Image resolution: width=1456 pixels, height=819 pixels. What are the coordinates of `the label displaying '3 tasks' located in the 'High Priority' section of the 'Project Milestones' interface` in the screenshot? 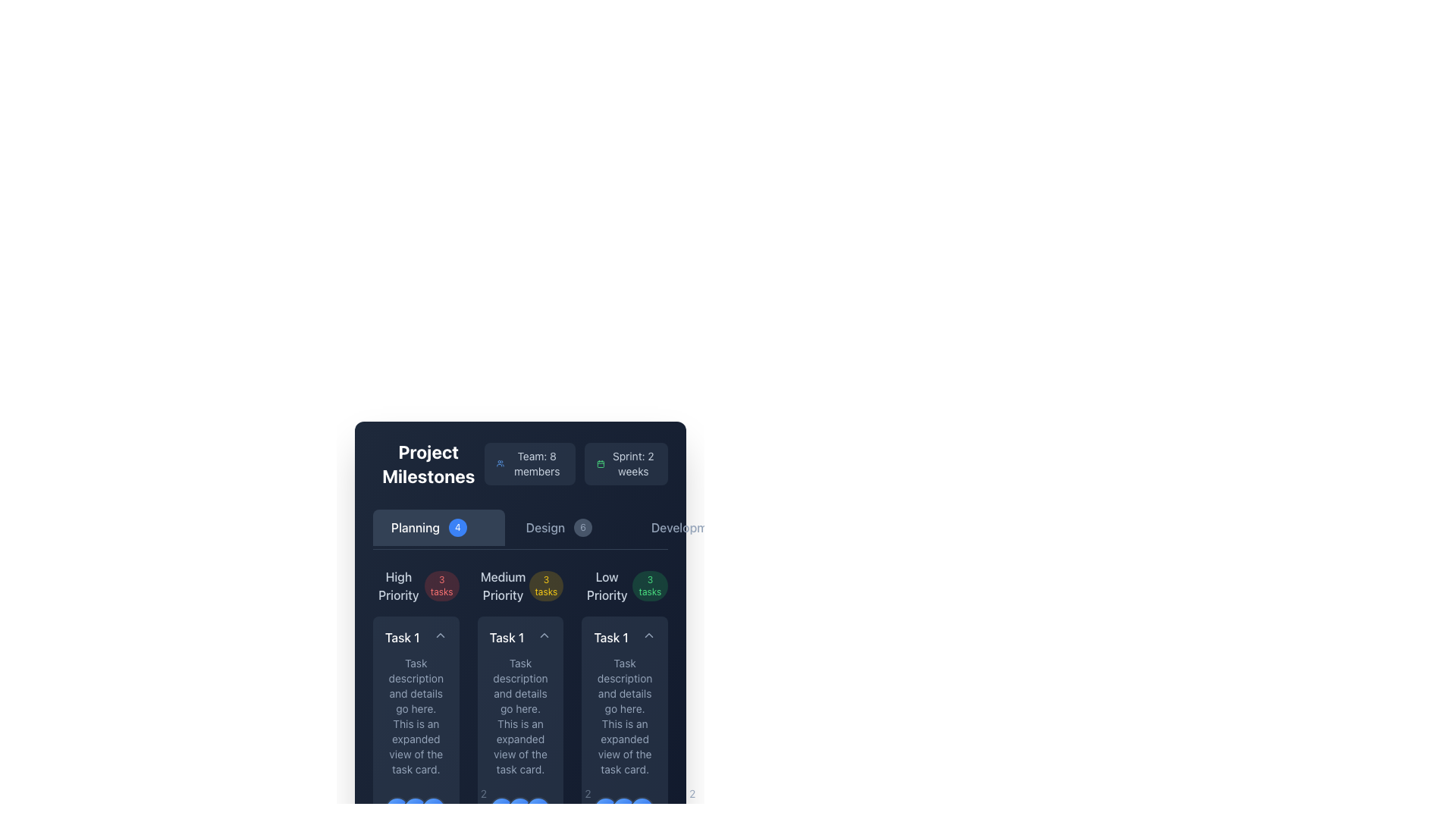 It's located at (441, 585).